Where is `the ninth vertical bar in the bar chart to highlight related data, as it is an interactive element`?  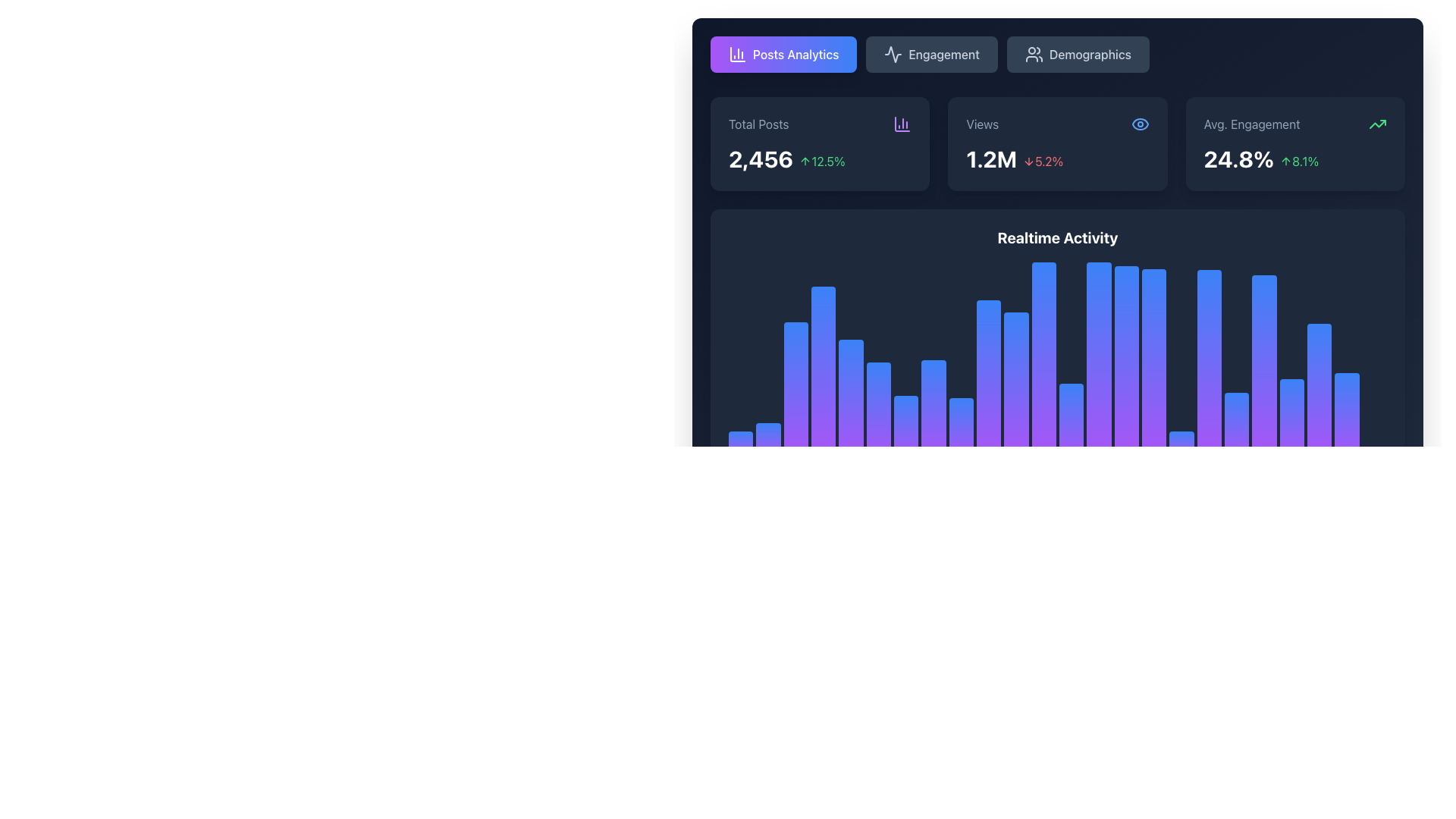
the ninth vertical bar in the bar chart to highlight related data, as it is an interactive element is located at coordinates (960, 394).